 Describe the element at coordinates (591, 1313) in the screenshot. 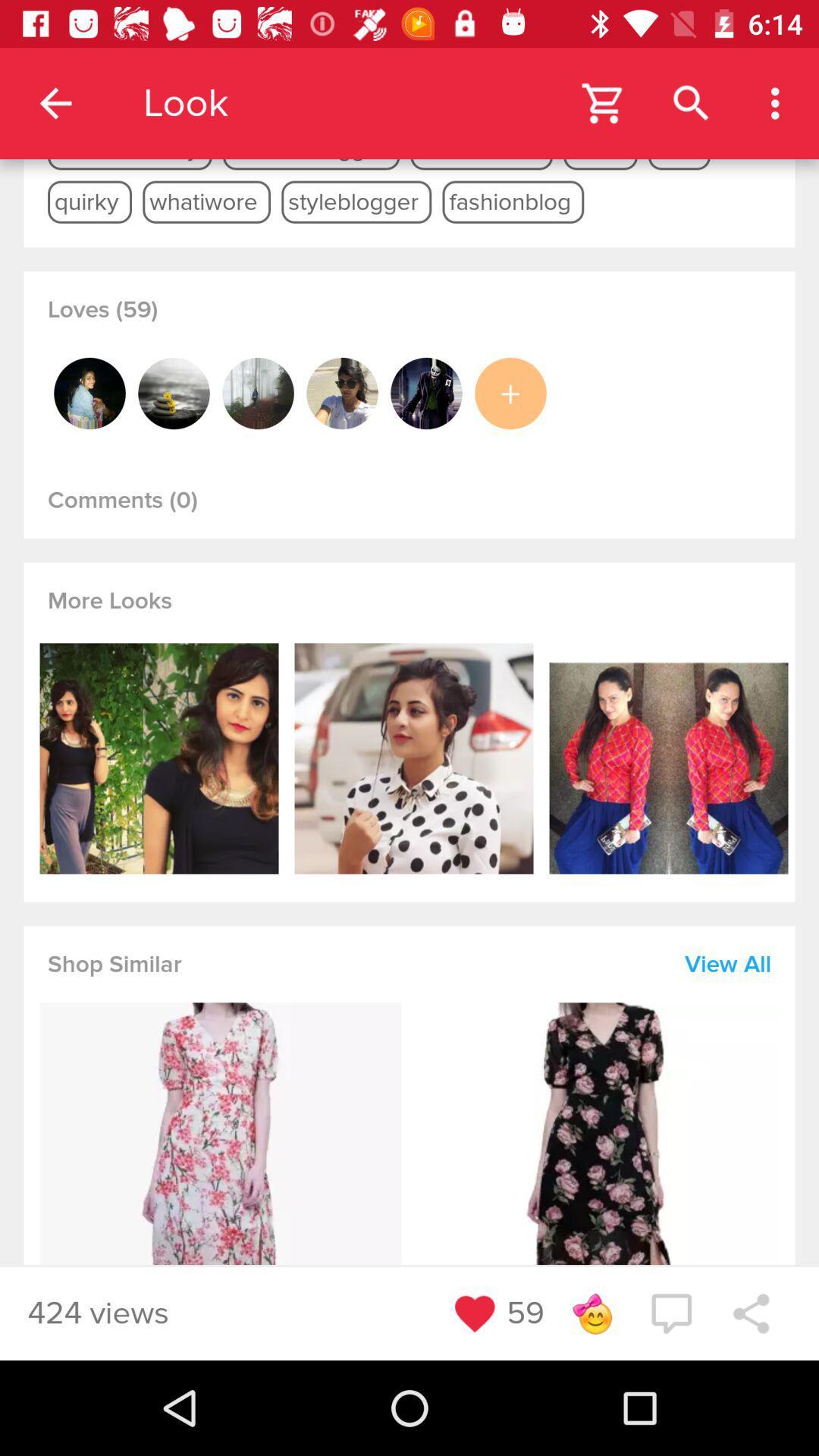

I see `the emoji icon` at that location.